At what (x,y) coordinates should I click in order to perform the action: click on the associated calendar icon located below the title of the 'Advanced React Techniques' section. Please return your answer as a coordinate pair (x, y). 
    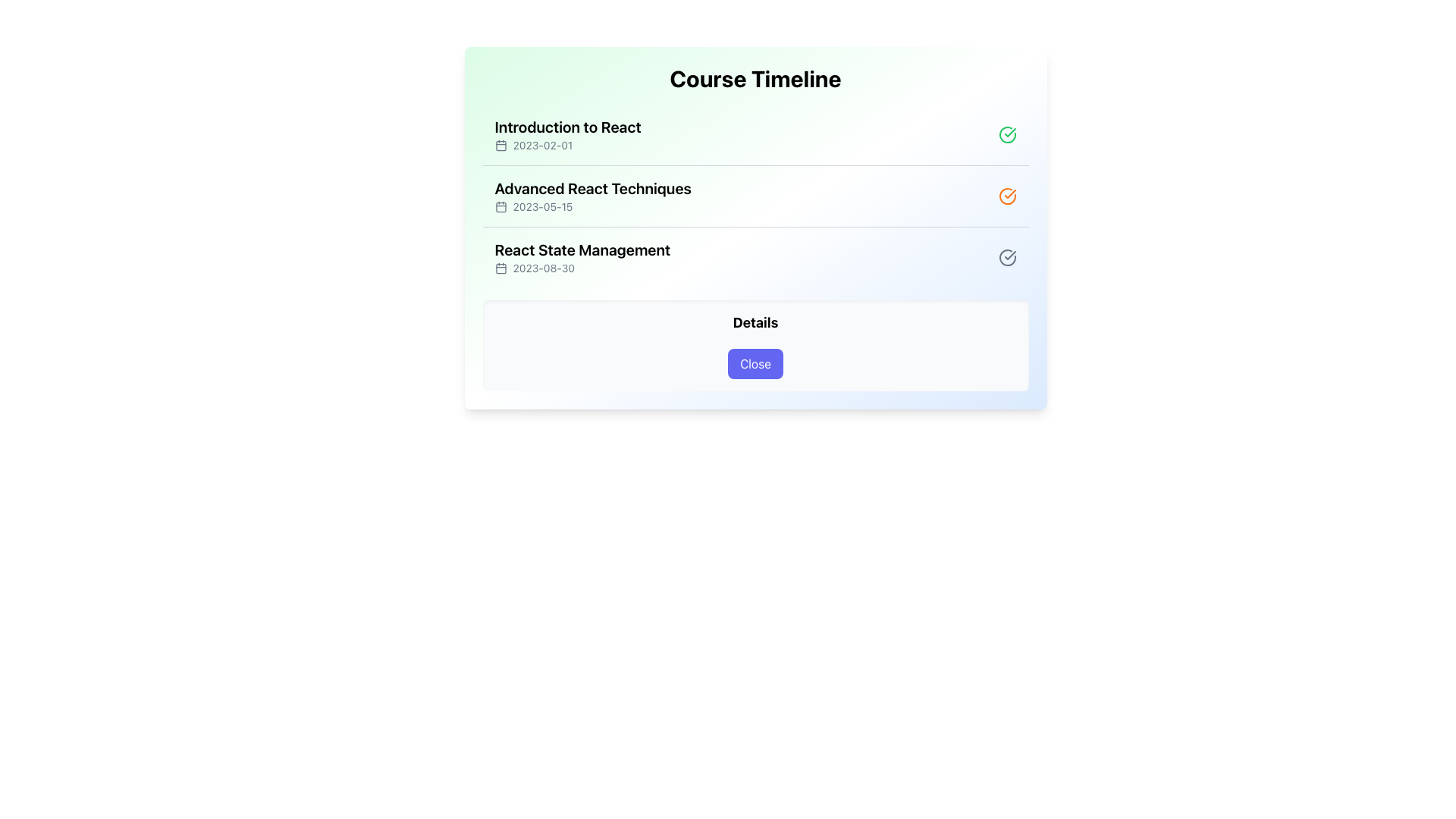
    Looking at the image, I should click on (592, 207).